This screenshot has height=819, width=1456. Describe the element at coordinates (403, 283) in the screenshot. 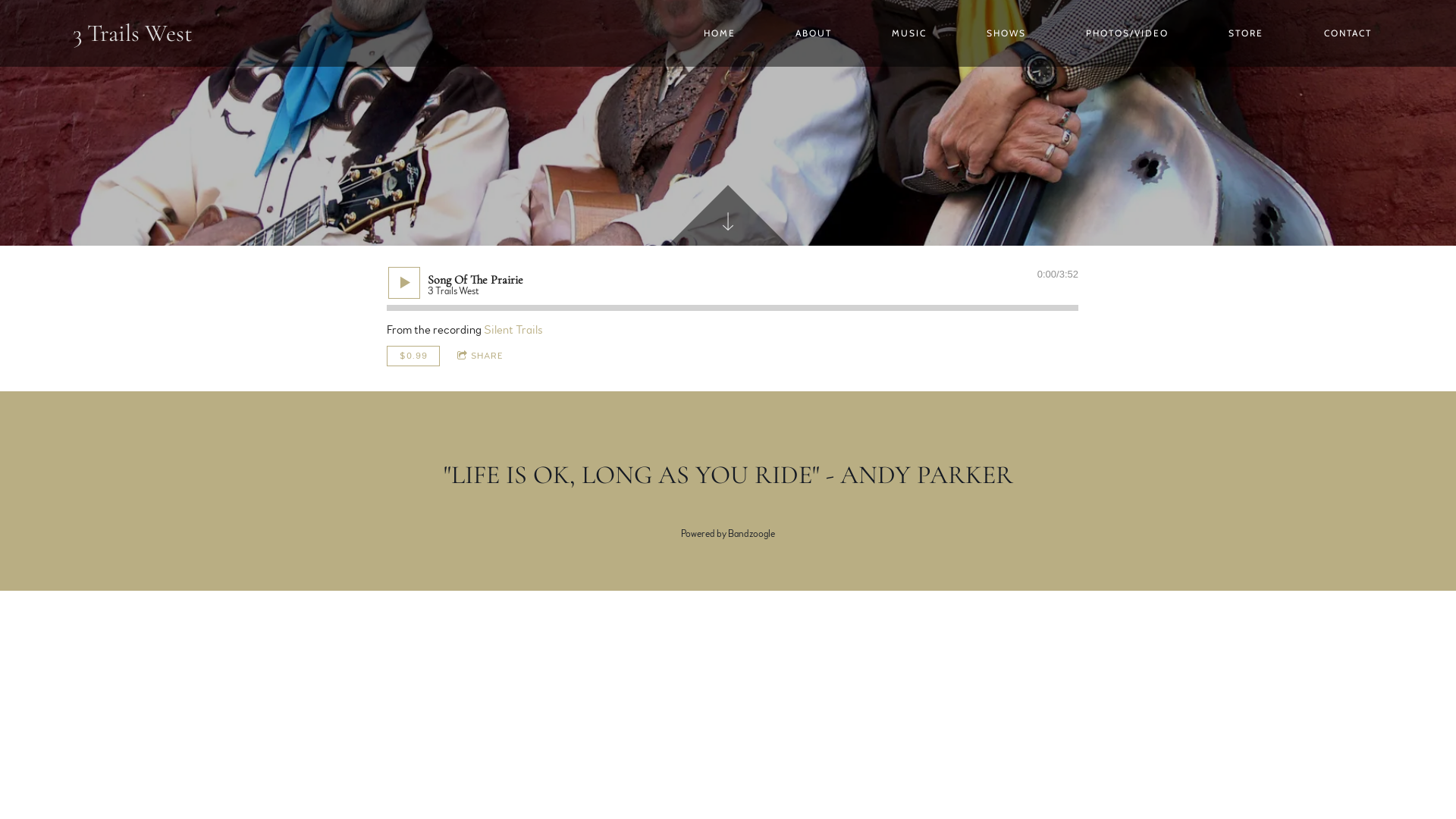

I see `'Play'` at that location.